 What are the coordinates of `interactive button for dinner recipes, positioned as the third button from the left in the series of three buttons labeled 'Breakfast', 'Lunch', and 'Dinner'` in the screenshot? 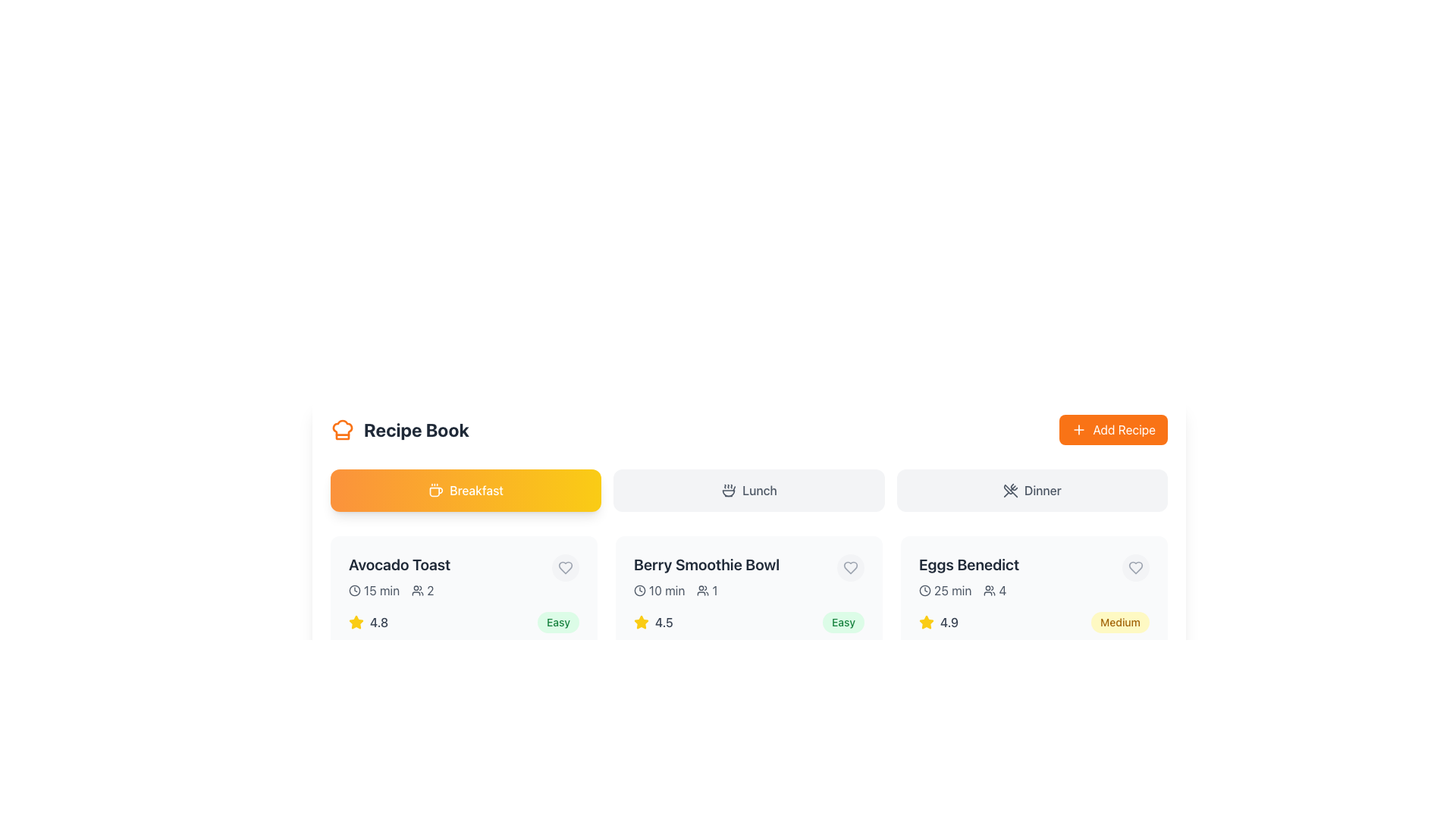 It's located at (1031, 491).